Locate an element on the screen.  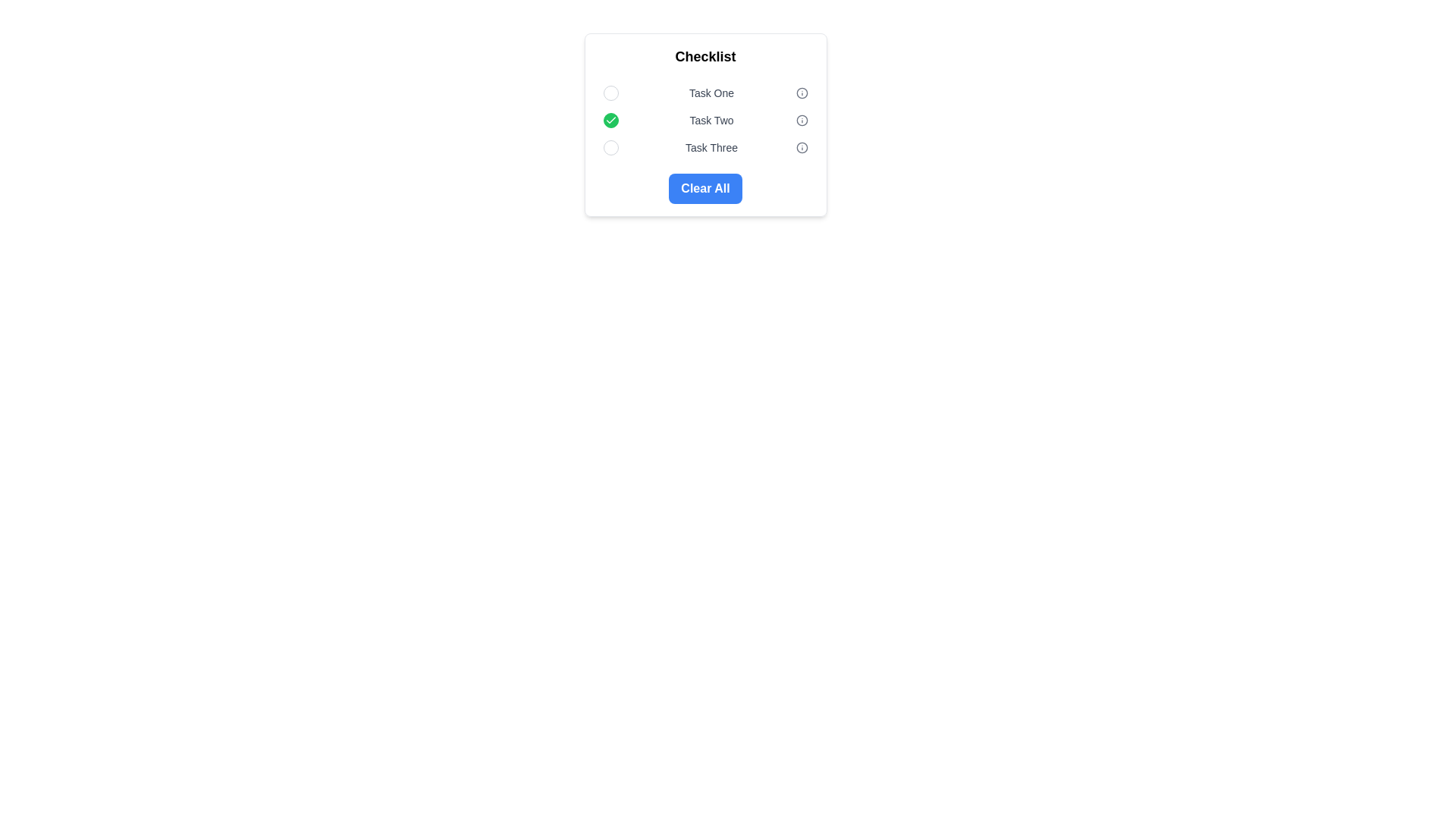
the checkbox that represents the completion of 'Task Two', located to the left of the text 'Task Two' is located at coordinates (610, 119).